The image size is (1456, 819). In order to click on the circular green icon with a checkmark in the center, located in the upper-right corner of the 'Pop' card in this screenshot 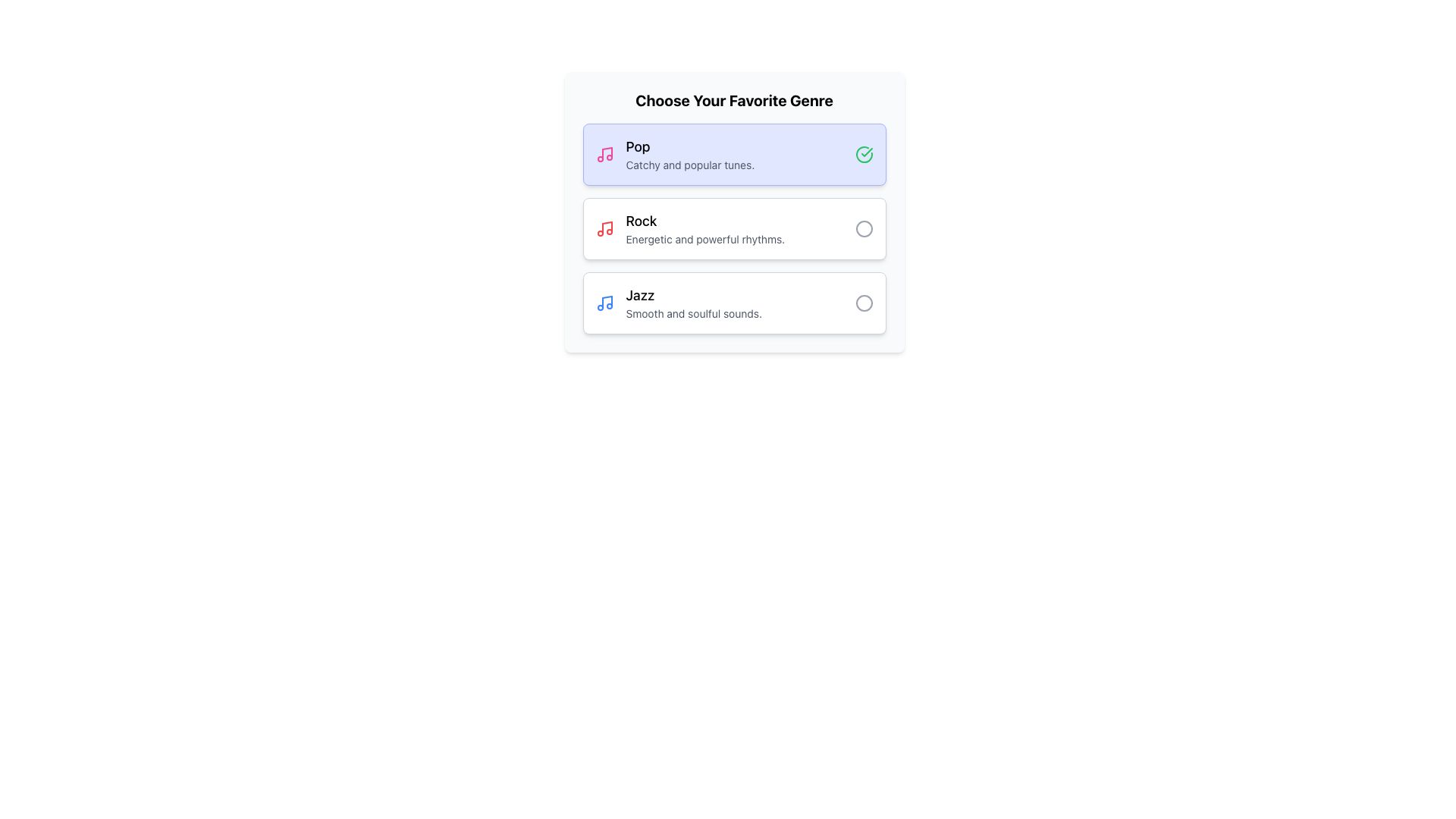, I will do `click(864, 155)`.